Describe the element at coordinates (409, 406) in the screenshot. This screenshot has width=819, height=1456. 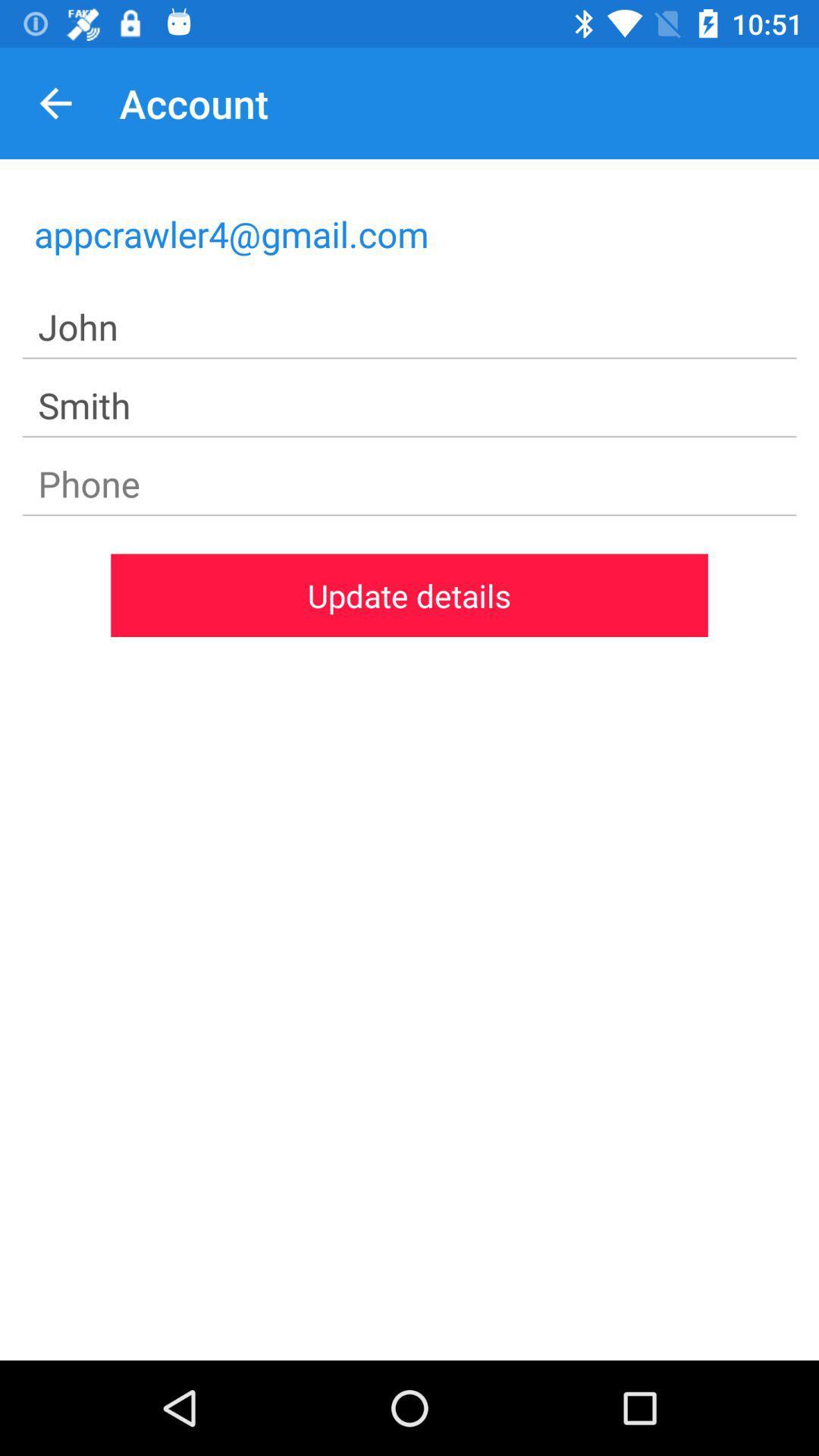
I see `smith icon` at that location.